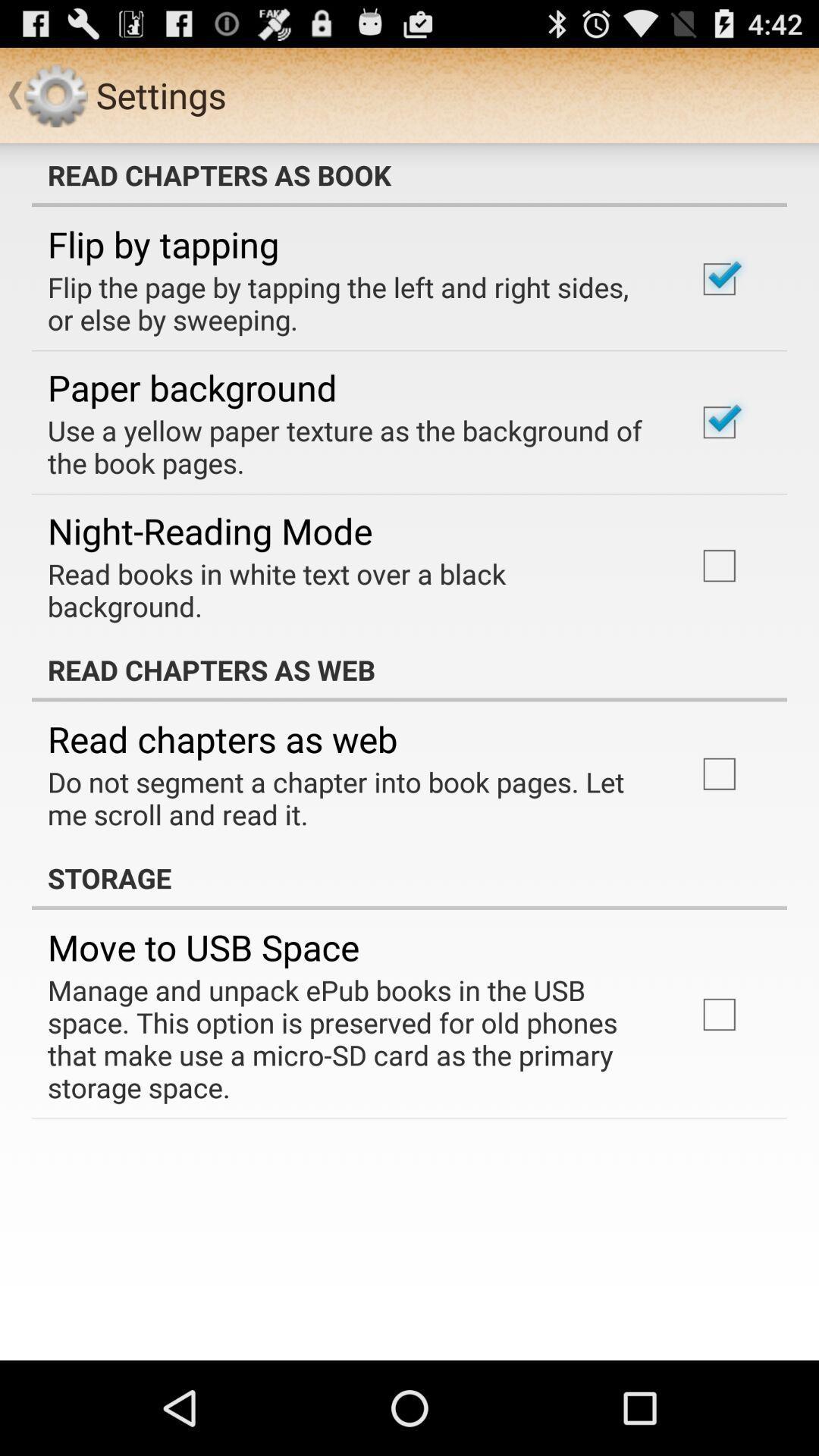  What do you see at coordinates (351, 797) in the screenshot?
I see `the do not segment item` at bounding box center [351, 797].